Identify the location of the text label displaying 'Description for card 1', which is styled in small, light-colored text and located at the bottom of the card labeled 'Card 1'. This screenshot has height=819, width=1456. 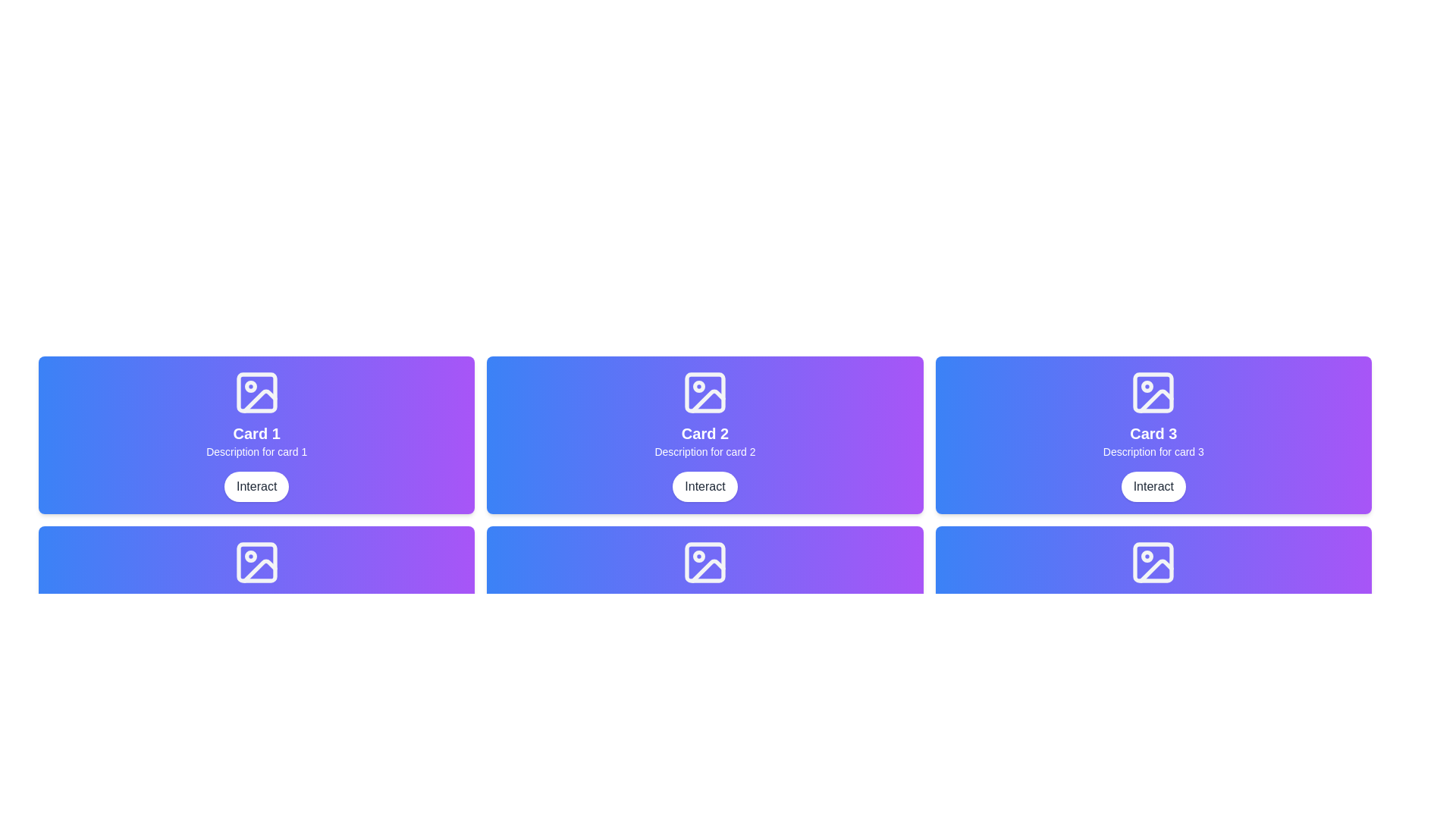
(256, 451).